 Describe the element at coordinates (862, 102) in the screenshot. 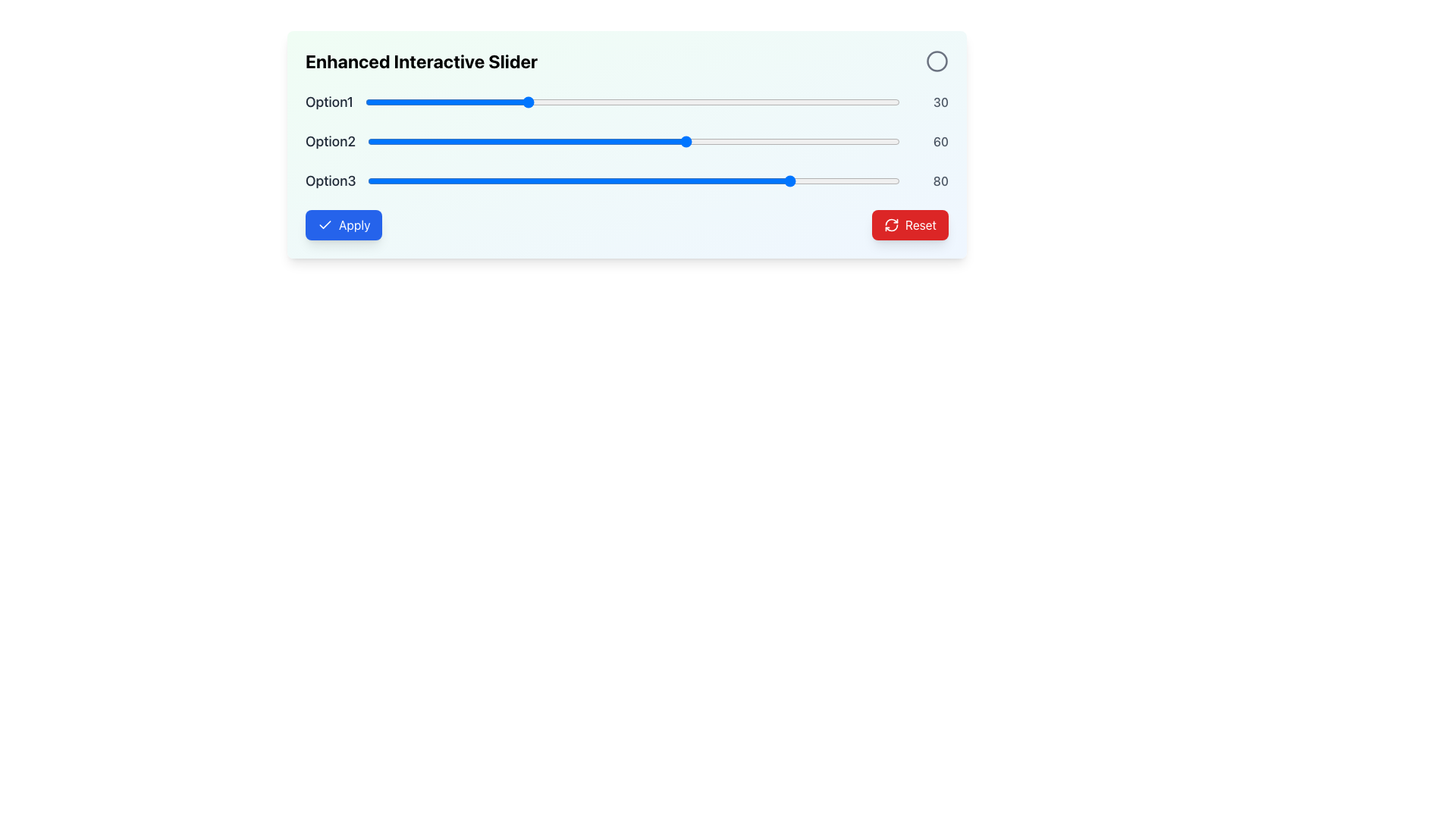

I see `the slider` at that location.